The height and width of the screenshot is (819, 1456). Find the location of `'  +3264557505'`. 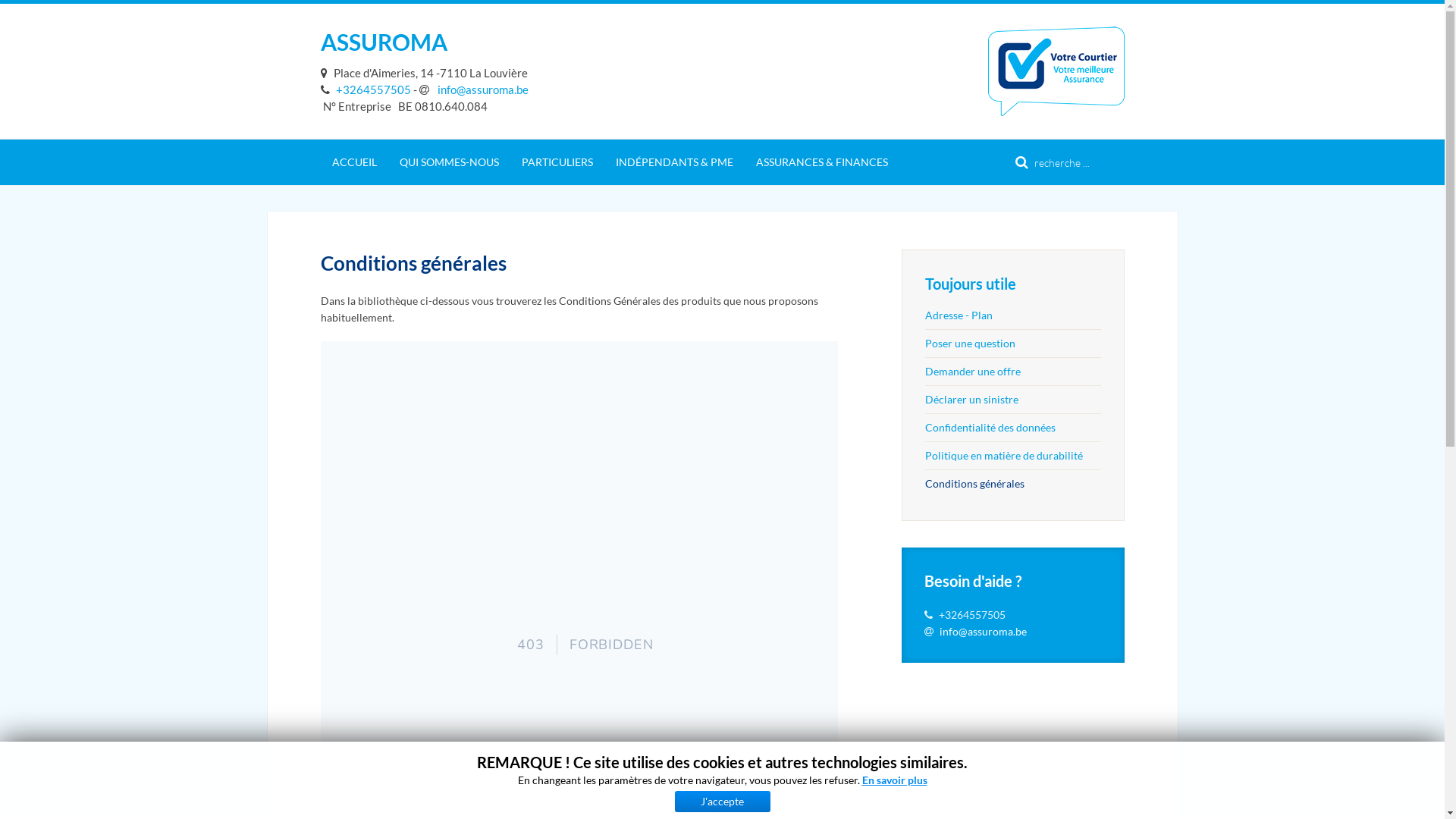

'  +3264557505' is located at coordinates (319, 89).